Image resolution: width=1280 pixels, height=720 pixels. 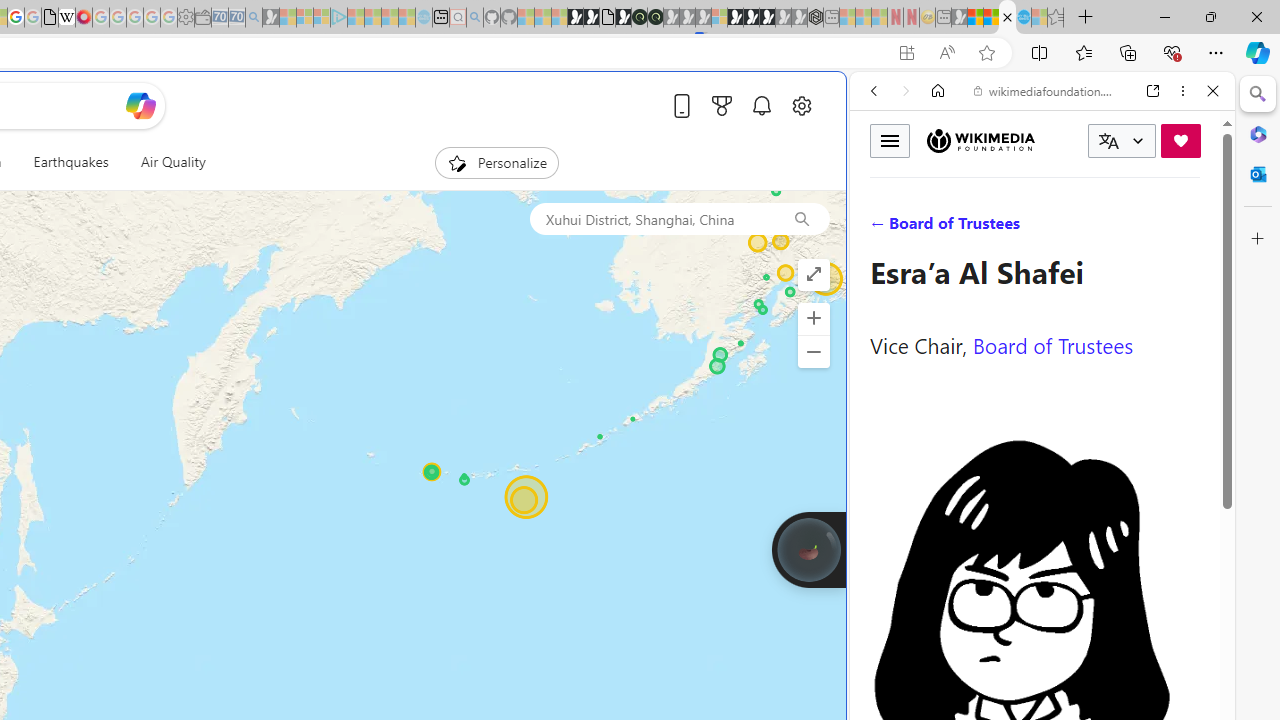 What do you see at coordinates (1182, 91) in the screenshot?
I see `'More options'` at bounding box center [1182, 91].